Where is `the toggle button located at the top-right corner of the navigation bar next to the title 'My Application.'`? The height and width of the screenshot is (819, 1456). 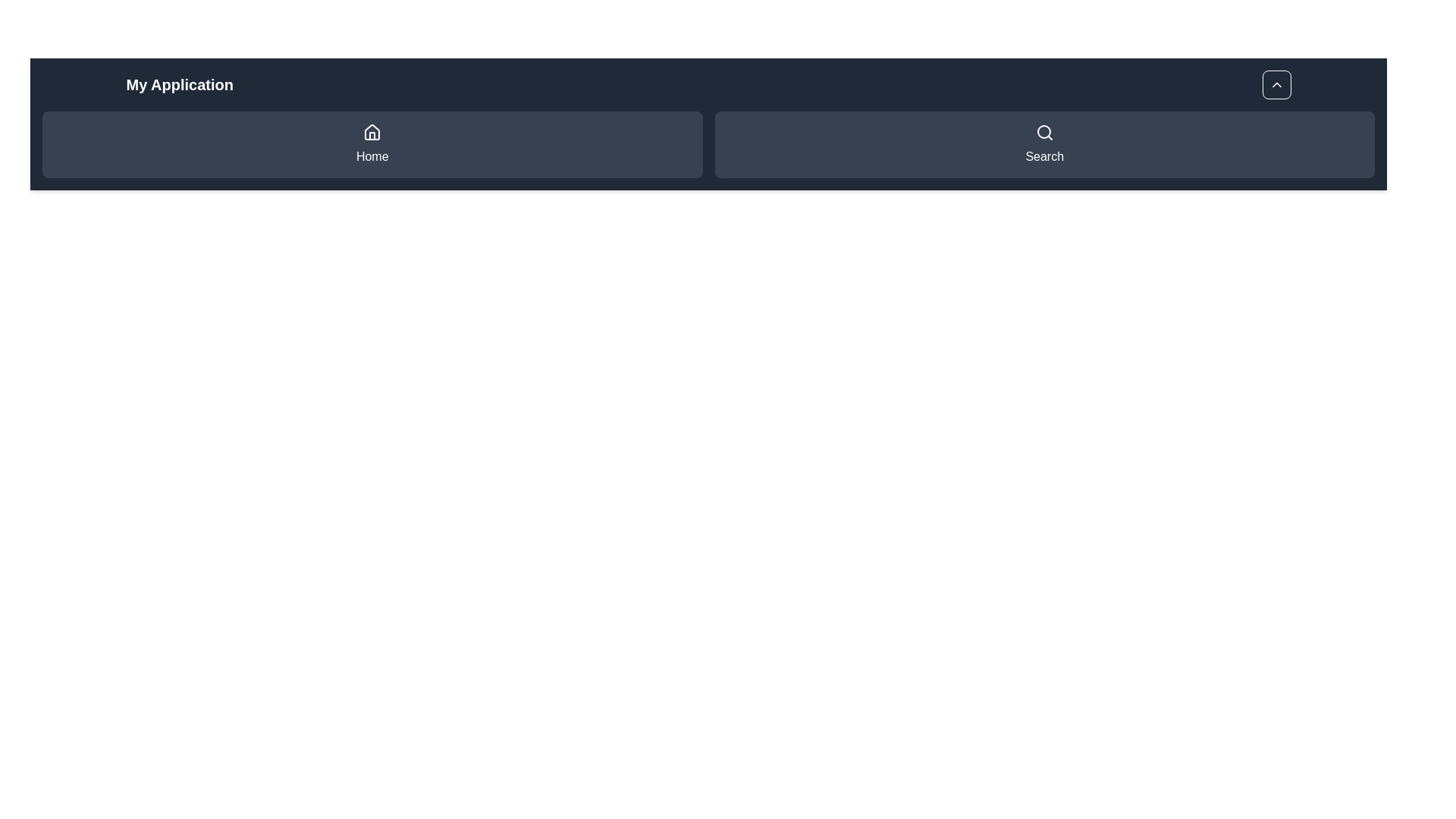
the toggle button located at the top-right corner of the navigation bar next to the title 'My Application.' is located at coordinates (1276, 84).